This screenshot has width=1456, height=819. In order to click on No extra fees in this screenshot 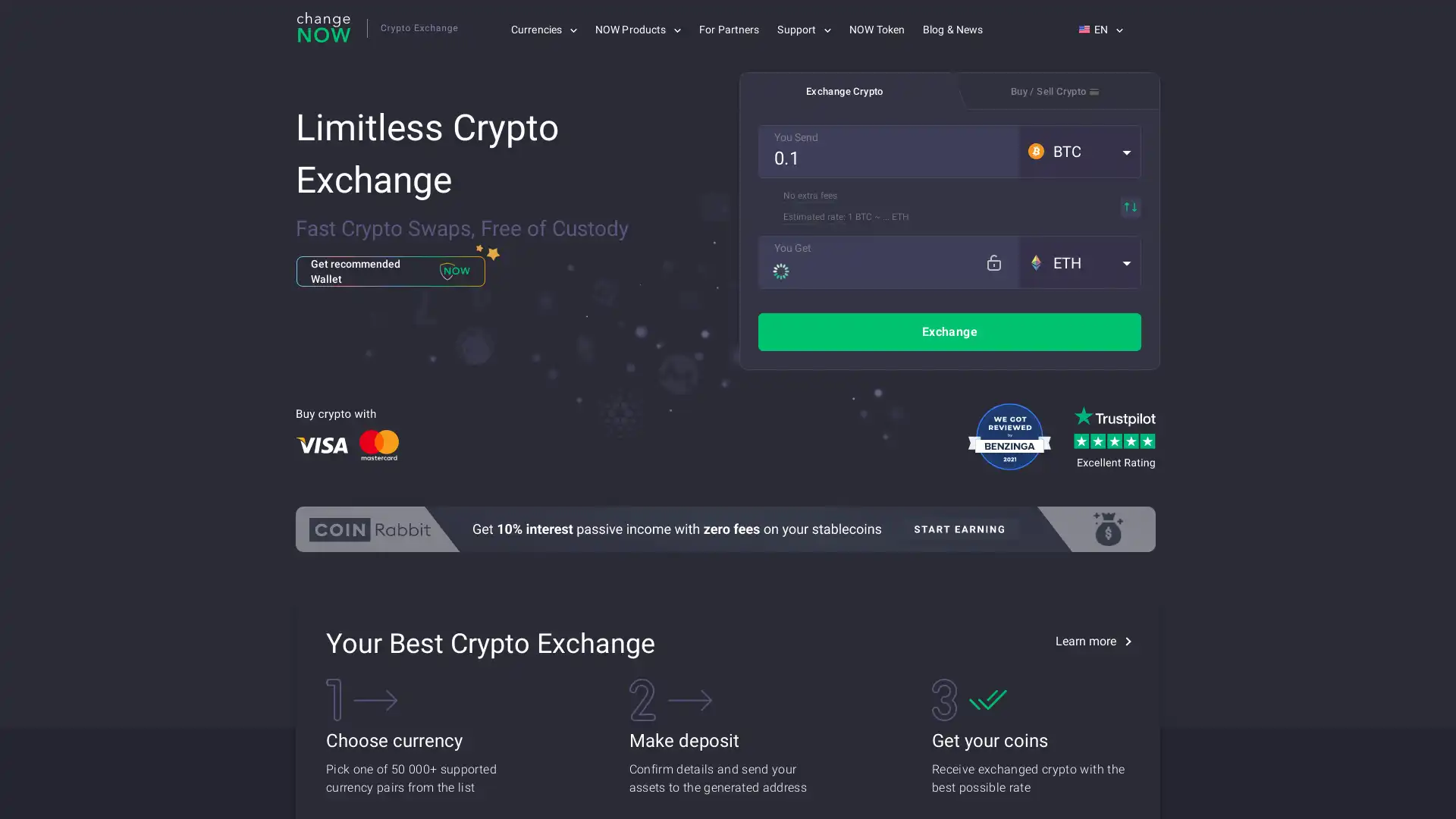, I will do `click(809, 195)`.